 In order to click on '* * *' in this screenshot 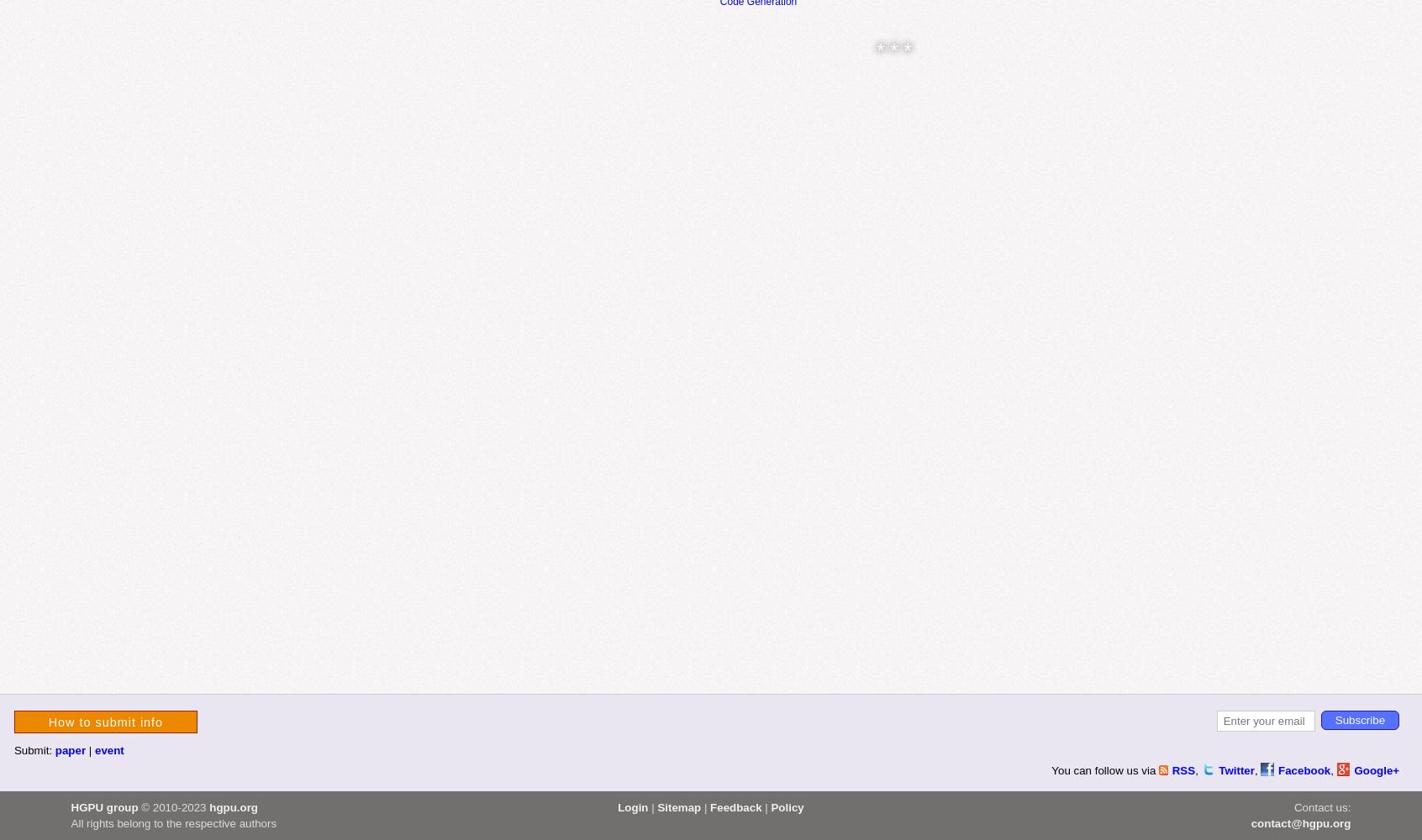, I will do `click(893, 50)`.